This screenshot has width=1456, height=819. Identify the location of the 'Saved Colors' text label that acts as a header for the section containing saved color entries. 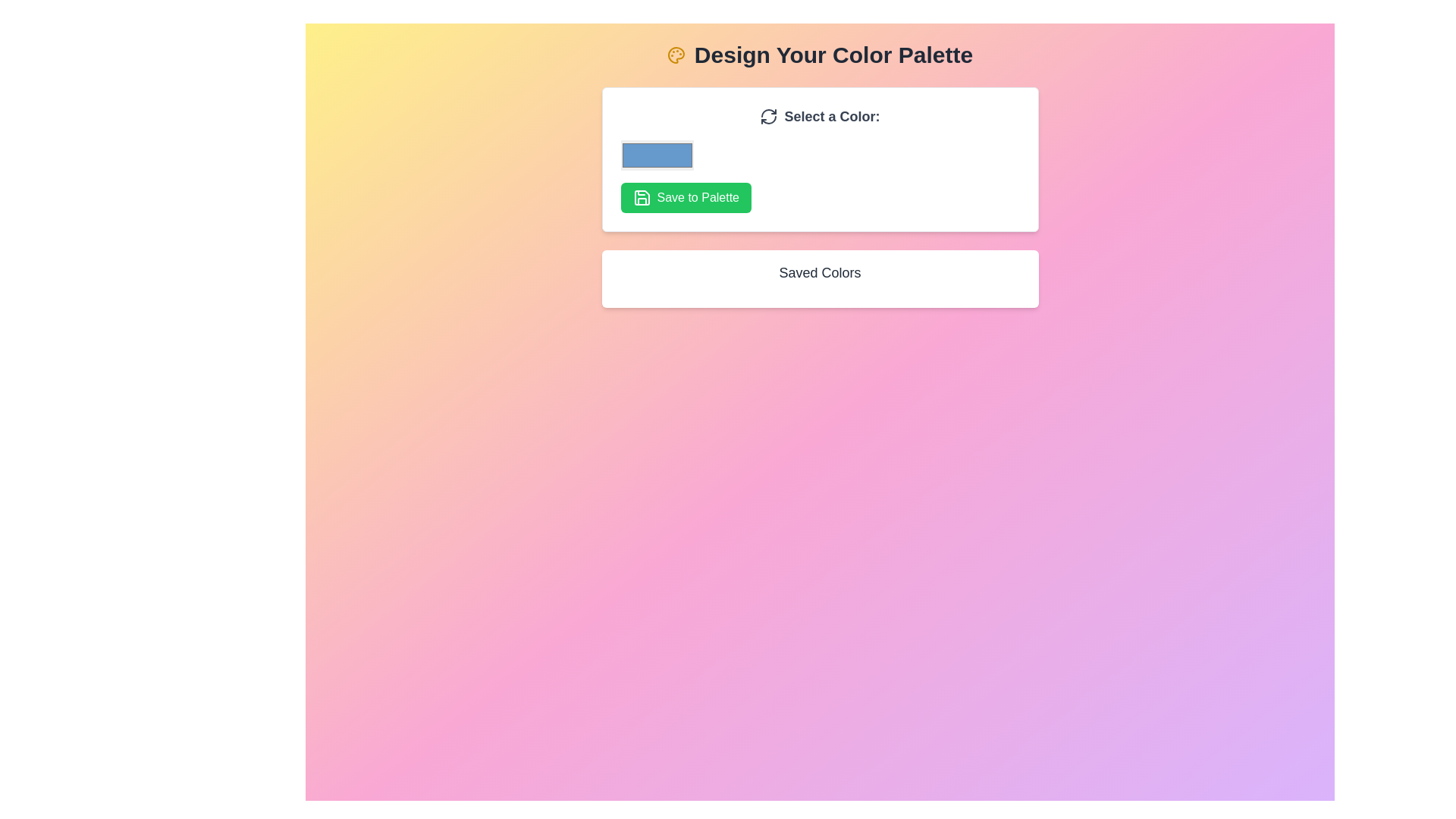
(819, 271).